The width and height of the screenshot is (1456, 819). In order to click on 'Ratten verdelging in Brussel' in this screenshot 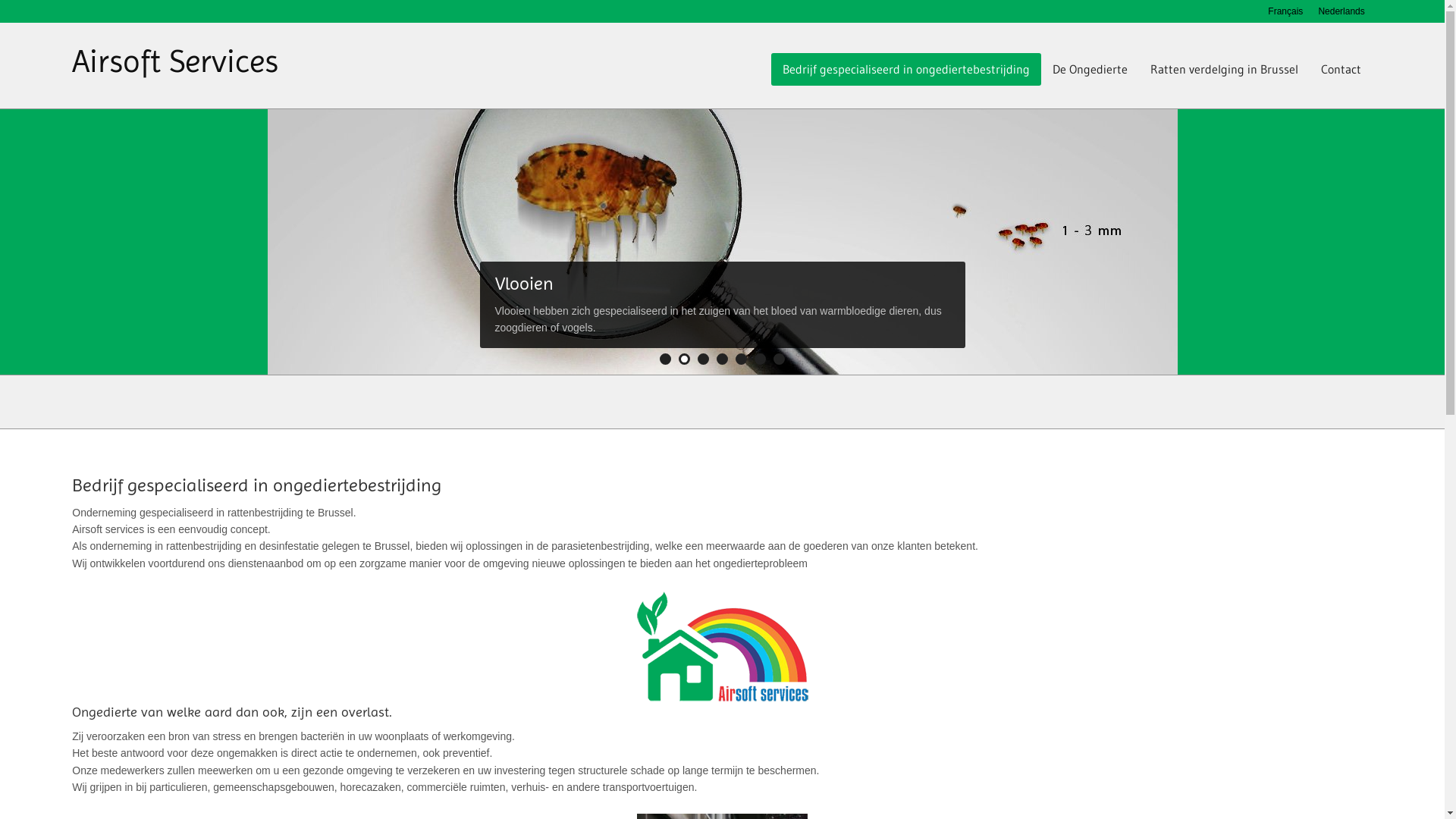, I will do `click(1139, 69)`.